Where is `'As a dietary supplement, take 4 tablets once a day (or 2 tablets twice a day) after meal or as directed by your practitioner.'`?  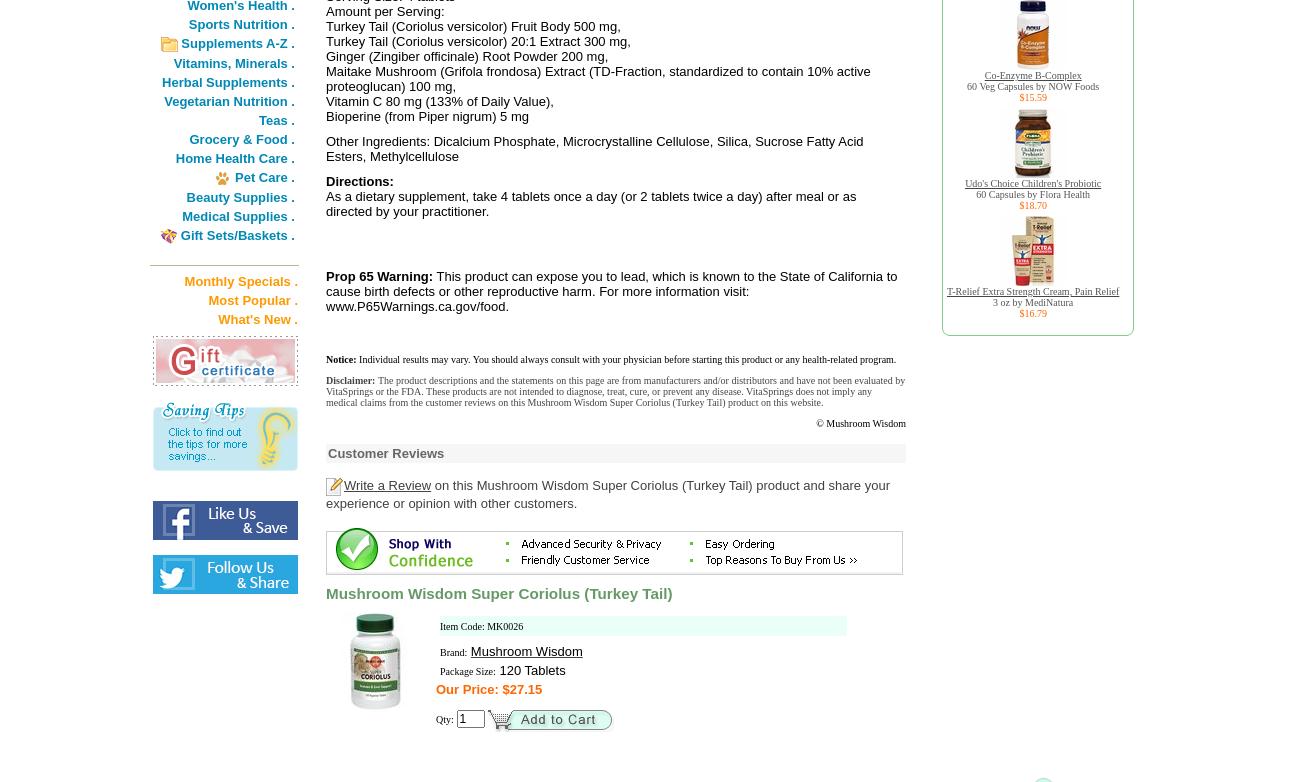
'As a dietary supplement, take 4 tablets once a day (or 2 tablets twice a day) after meal or as directed by your practitioner.' is located at coordinates (589, 203).